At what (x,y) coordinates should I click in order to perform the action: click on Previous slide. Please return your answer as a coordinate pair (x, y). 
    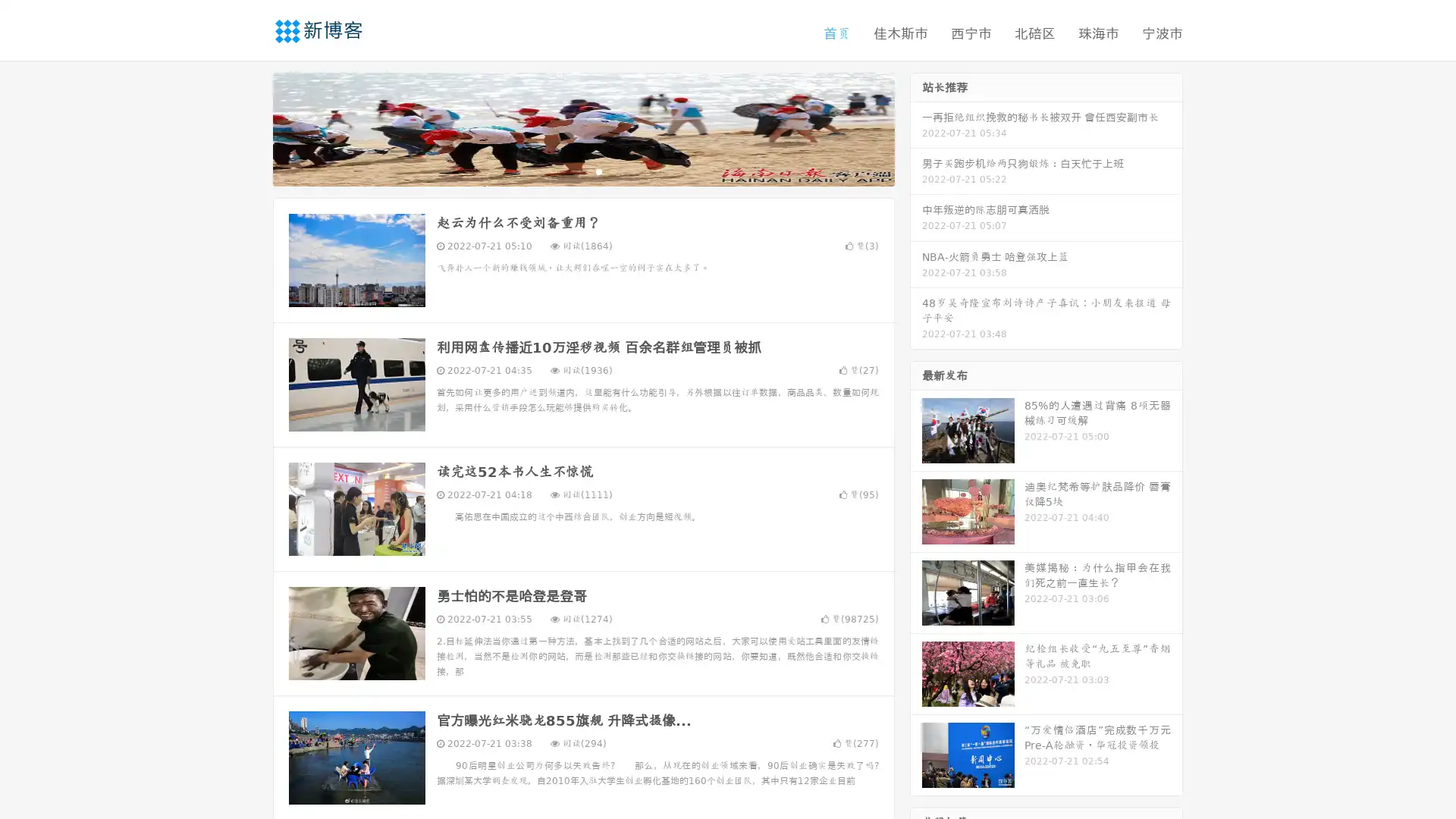
    Looking at the image, I should click on (250, 127).